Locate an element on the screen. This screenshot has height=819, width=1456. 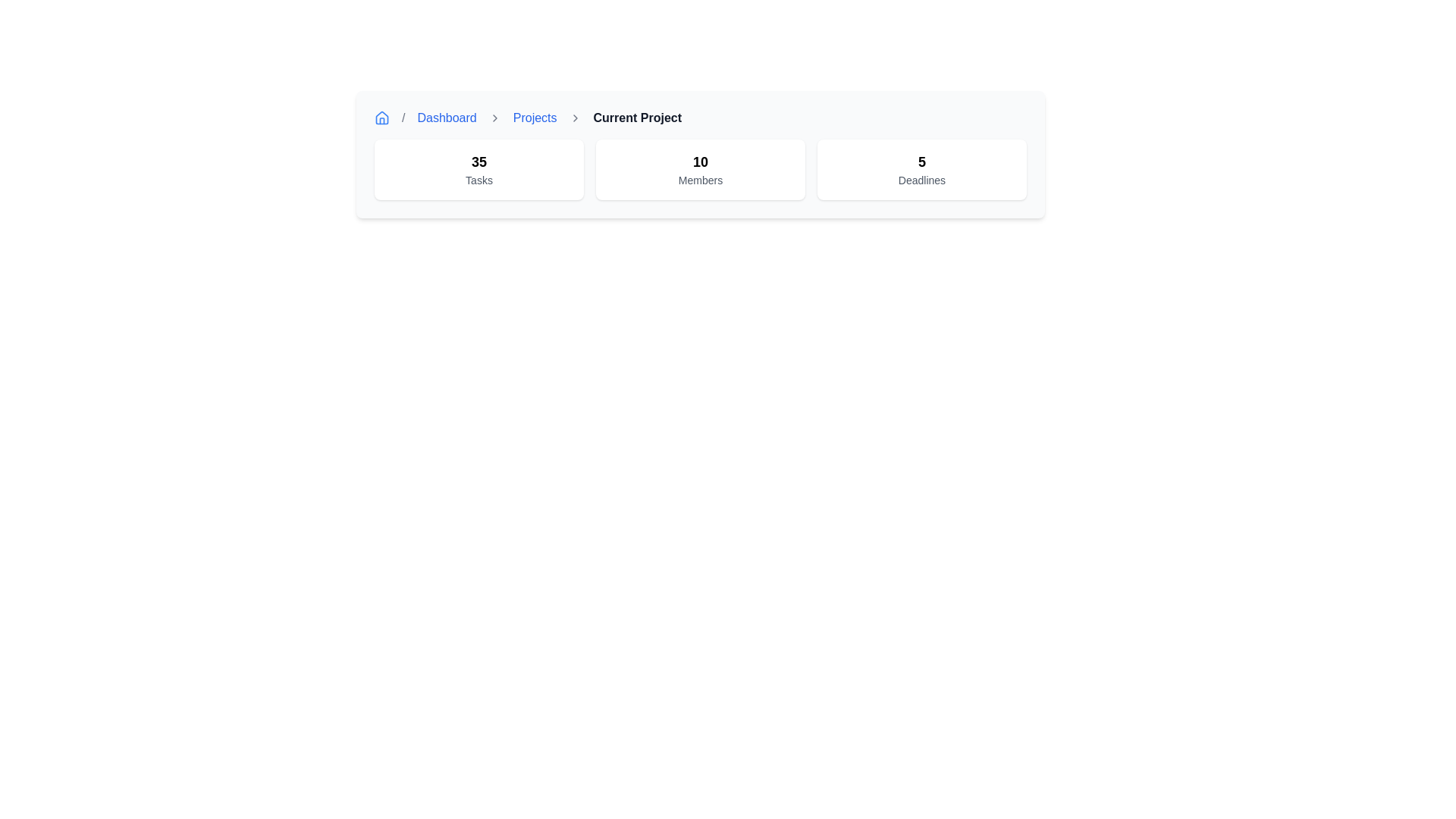
the small right-pointing gray arrow icon in the breadcrumb navigation bar, which is positioned between the 'Dashboard' and 'Projects' links is located at coordinates (494, 117).